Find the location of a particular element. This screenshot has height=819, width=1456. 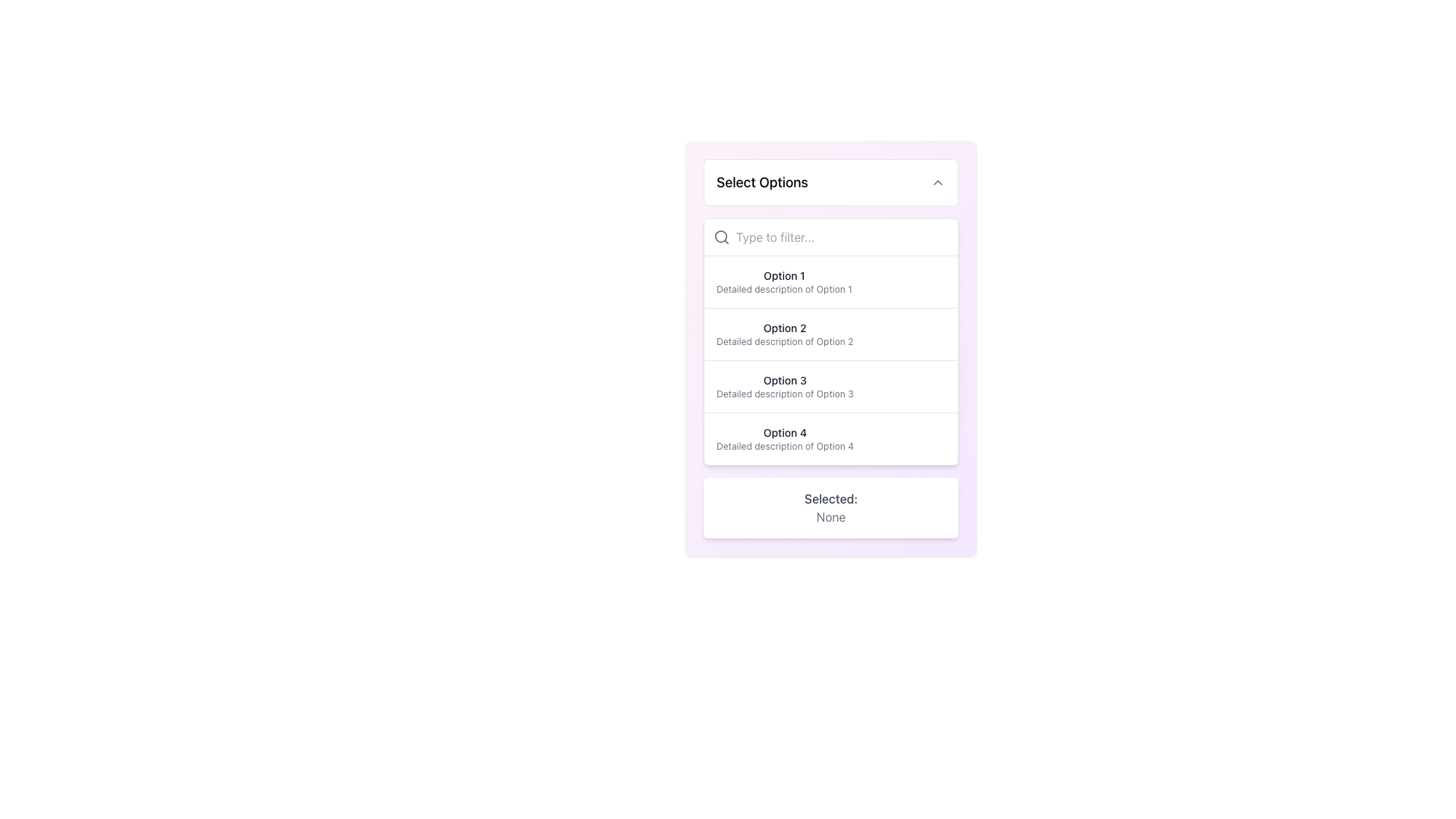

the text label that serves as the title for the third selectable option in a vertical list, positioned between 'Option 2' and 'Option 4' is located at coordinates (785, 379).